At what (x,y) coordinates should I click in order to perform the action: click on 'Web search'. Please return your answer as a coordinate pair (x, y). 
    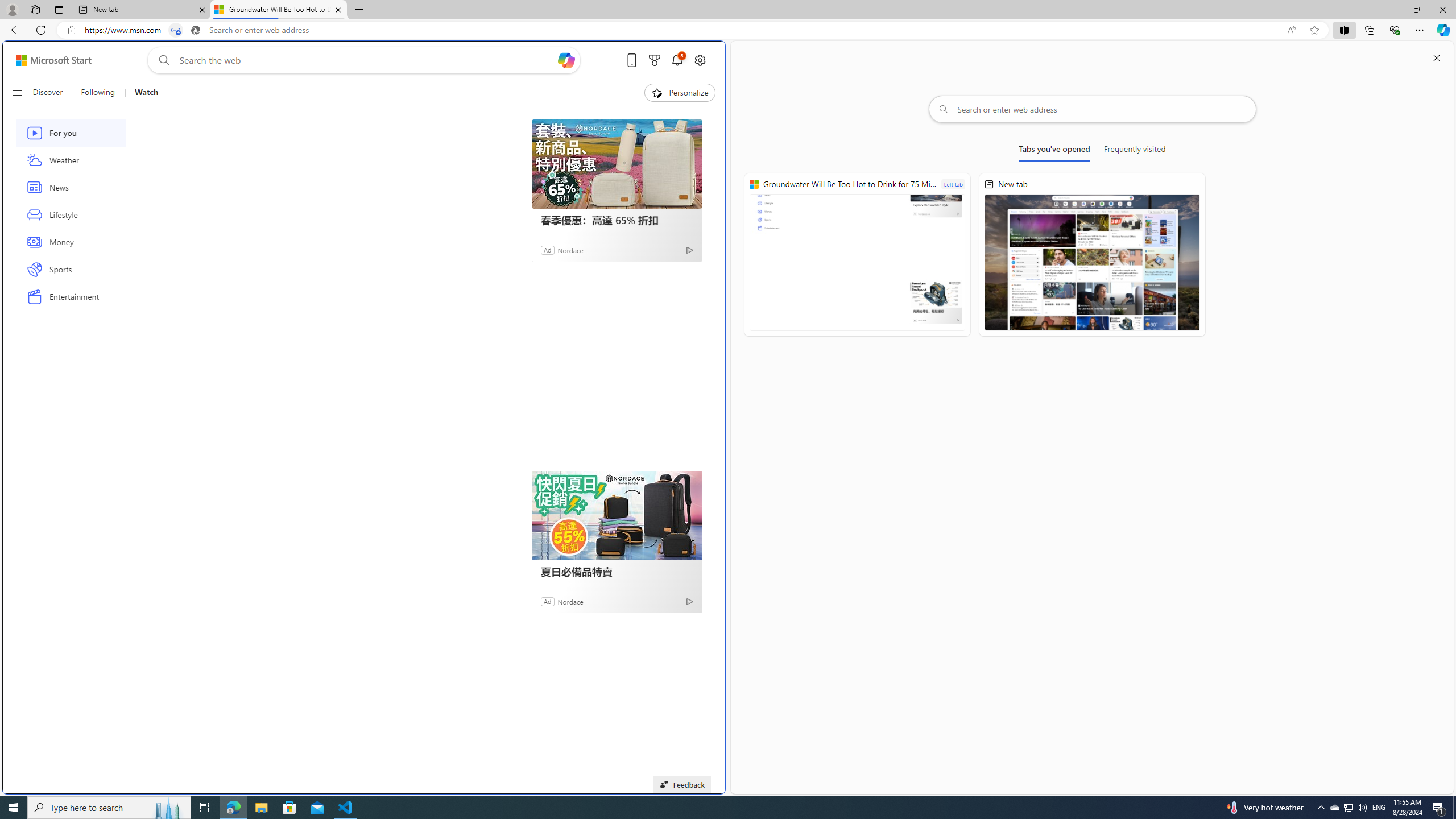
    Looking at the image, I should click on (162, 60).